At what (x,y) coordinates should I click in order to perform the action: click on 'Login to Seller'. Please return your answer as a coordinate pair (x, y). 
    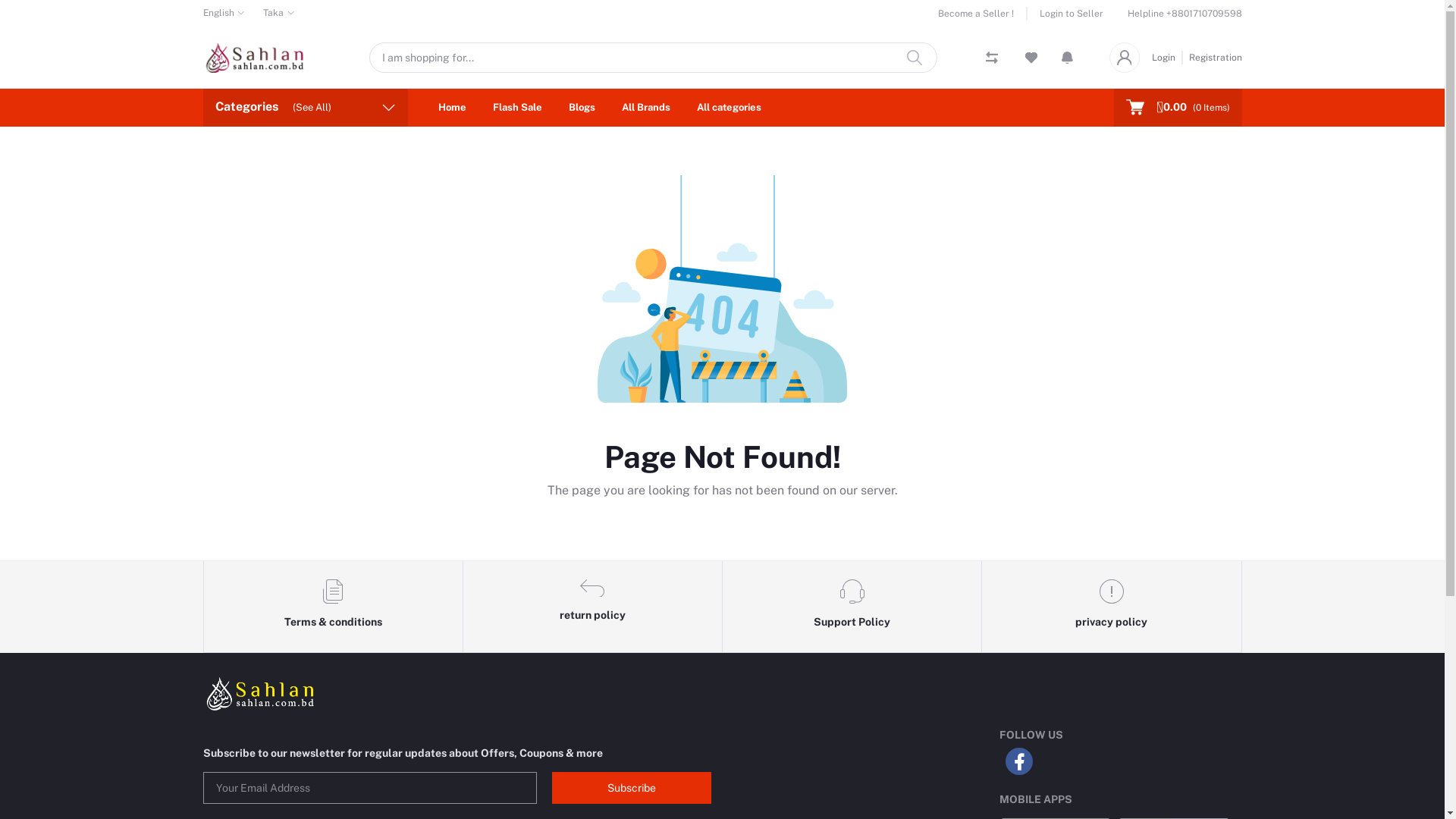
    Looking at the image, I should click on (1063, 14).